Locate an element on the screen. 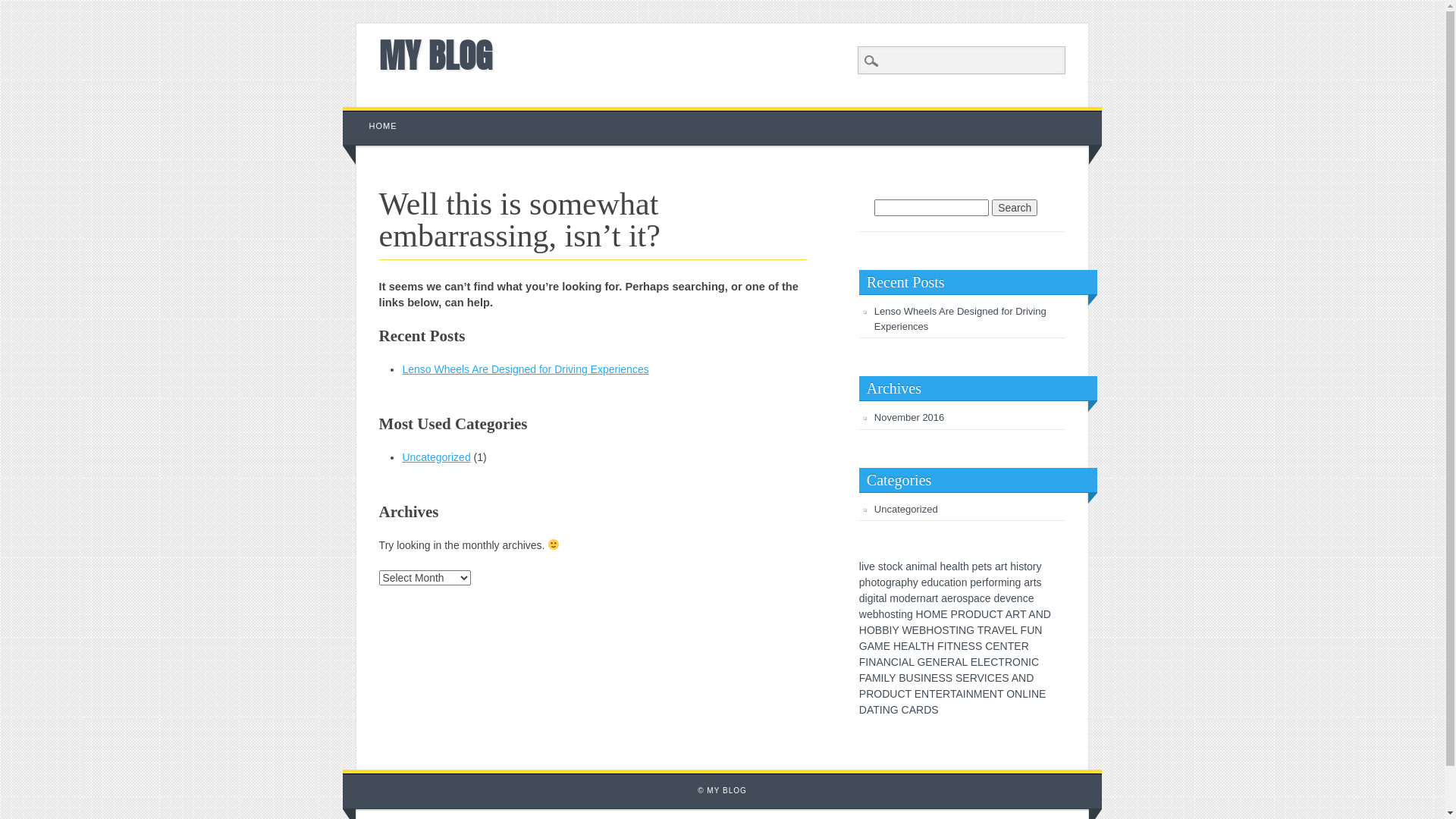 The image size is (1456, 819). 'I' is located at coordinates (888, 629).